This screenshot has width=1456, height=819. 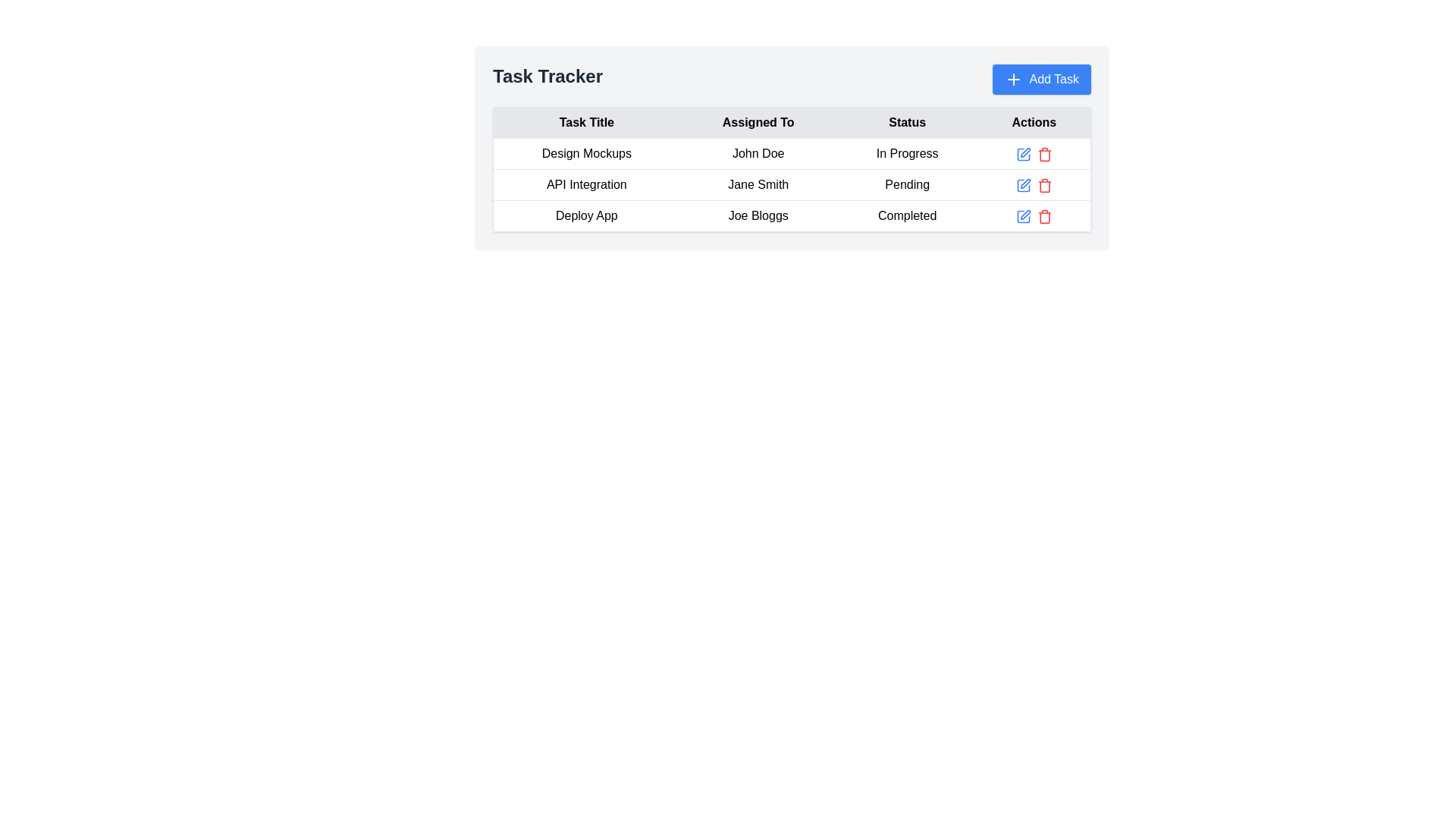 I want to click on text displayed in the 'Task Title' Table Header, which is in bold black font on a light gray background, so click(x=585, y=122).